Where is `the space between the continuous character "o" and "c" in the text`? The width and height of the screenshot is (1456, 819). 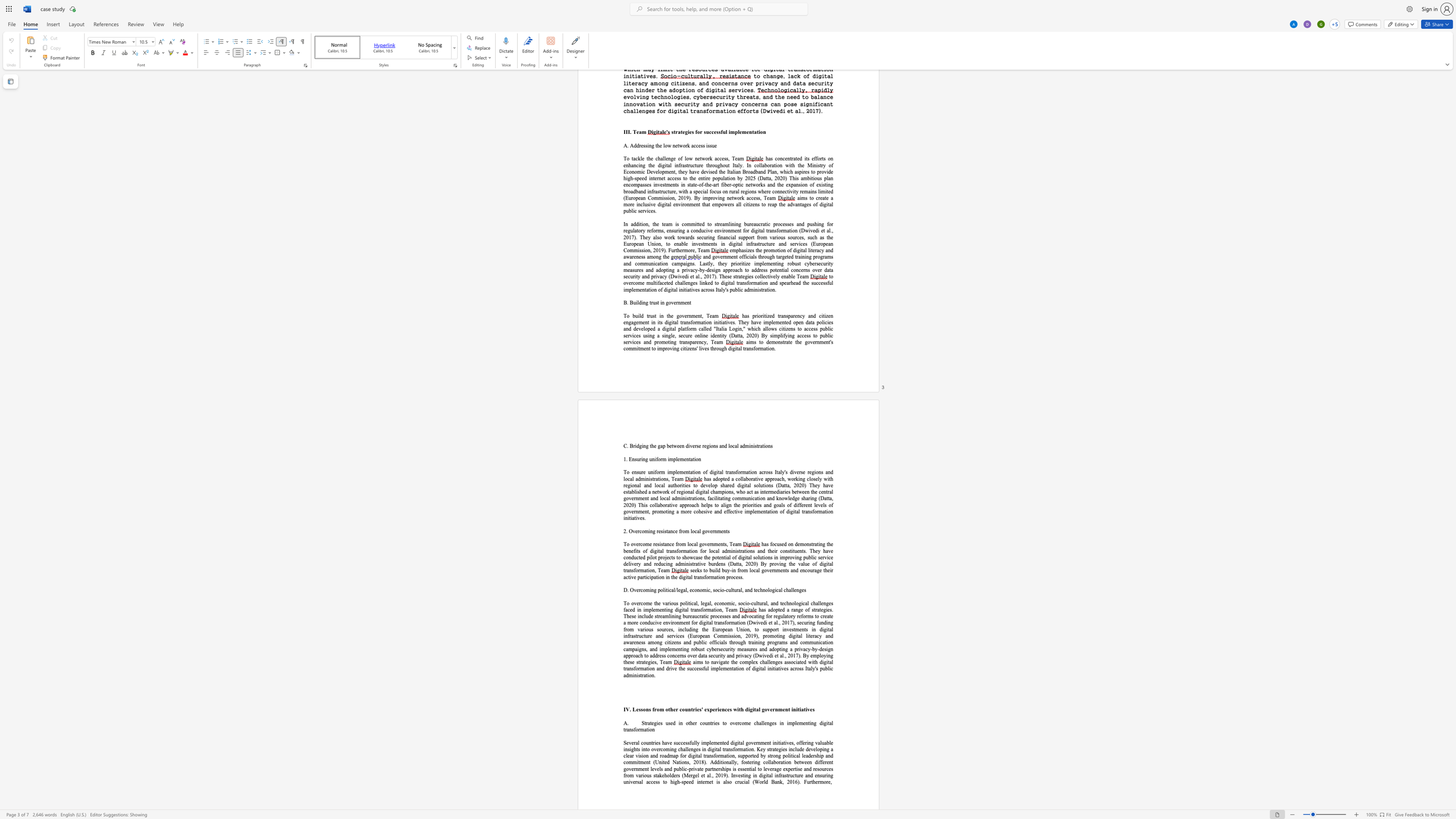
the space between the continuous character "o" and "c" in the text is located at coordinates (717, 590).